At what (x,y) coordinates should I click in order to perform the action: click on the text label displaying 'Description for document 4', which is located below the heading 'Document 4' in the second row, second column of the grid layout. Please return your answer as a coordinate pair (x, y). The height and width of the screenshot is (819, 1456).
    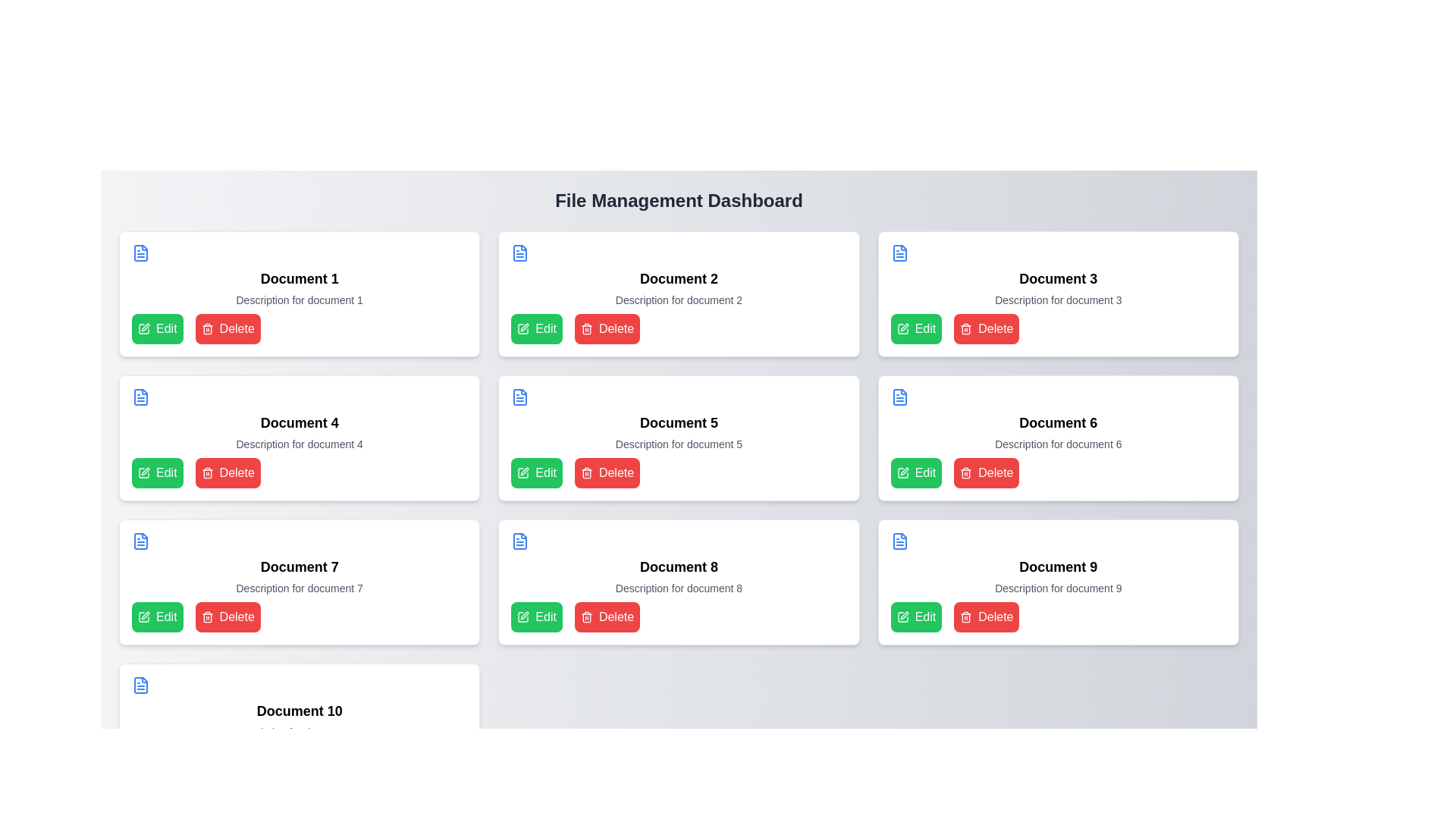
    Looking at the image, I should click on (300, 444).